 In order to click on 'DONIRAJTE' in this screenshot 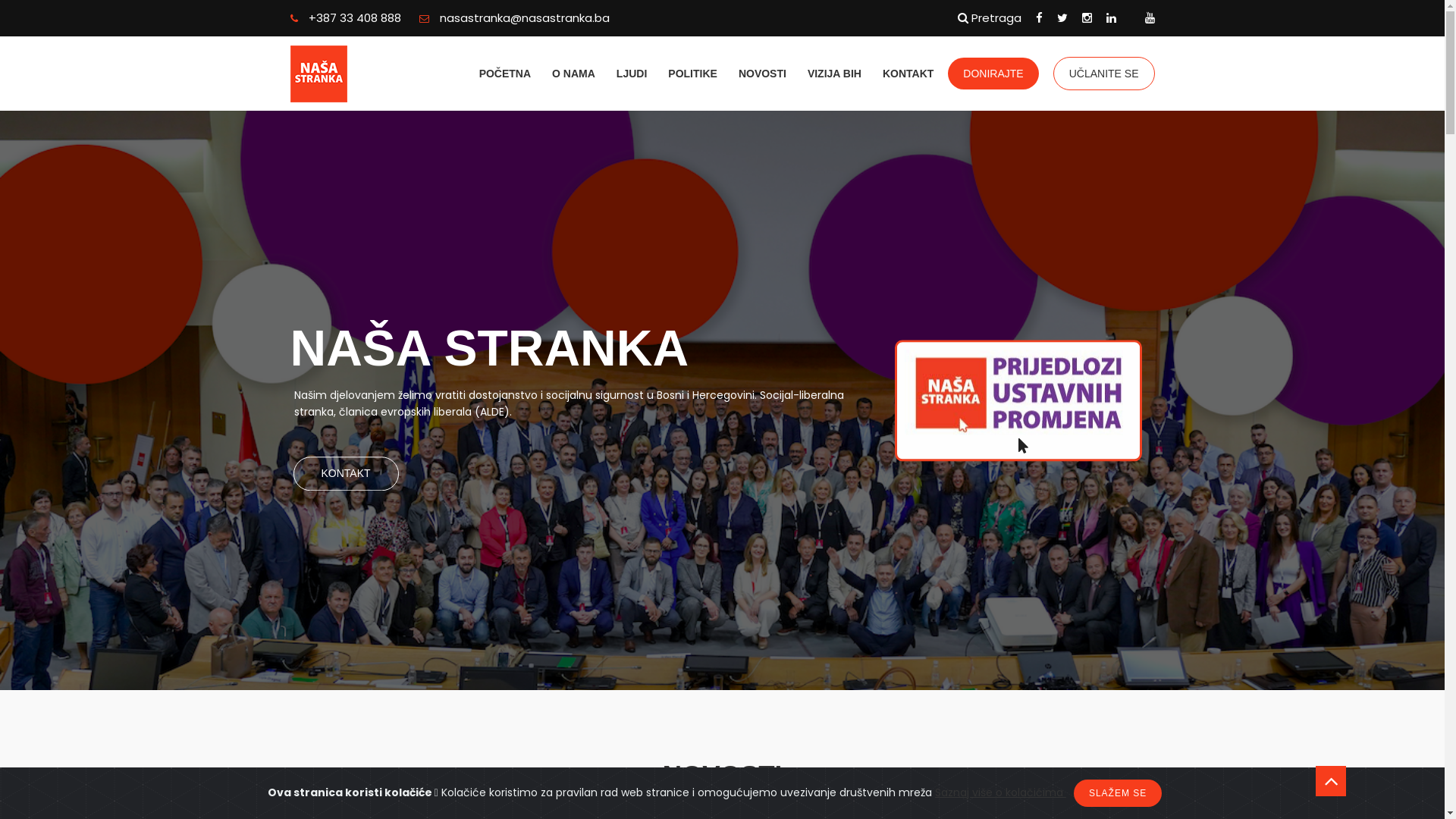, I will do `click(993, 73)`.